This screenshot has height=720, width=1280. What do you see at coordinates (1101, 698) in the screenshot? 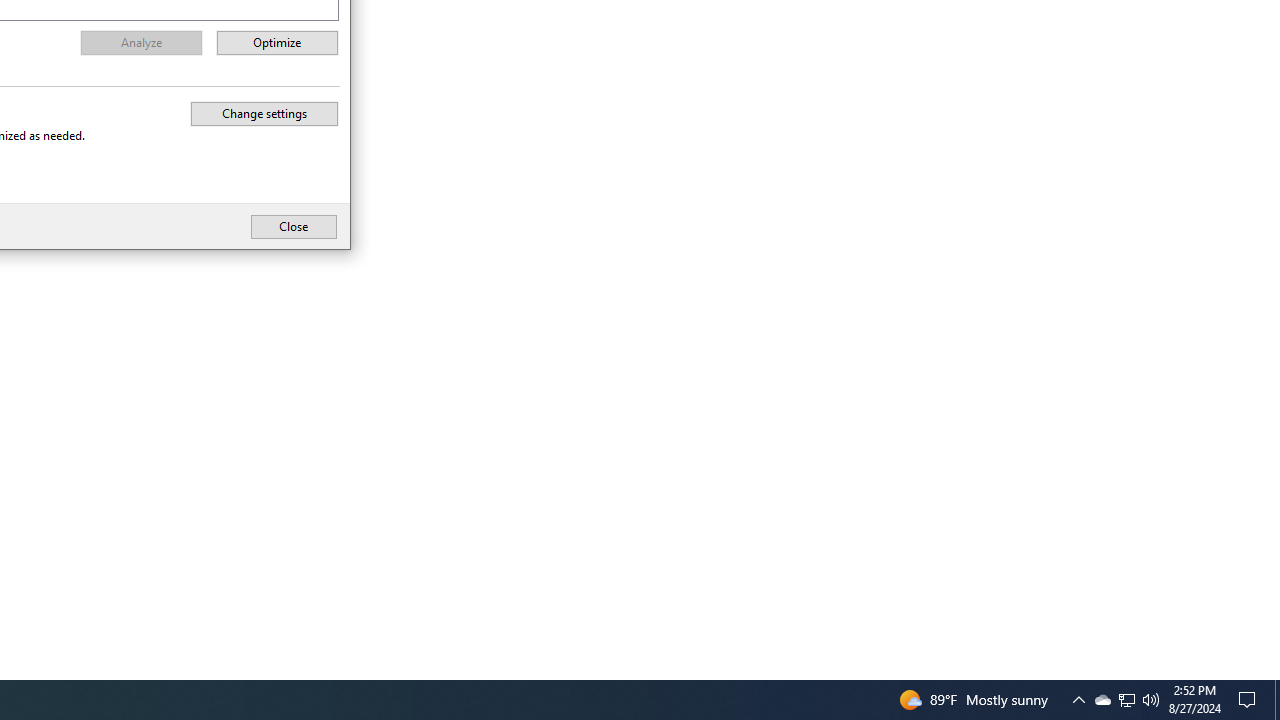
I see `'Notification Chevron'` at bounding box center [1101, 698].